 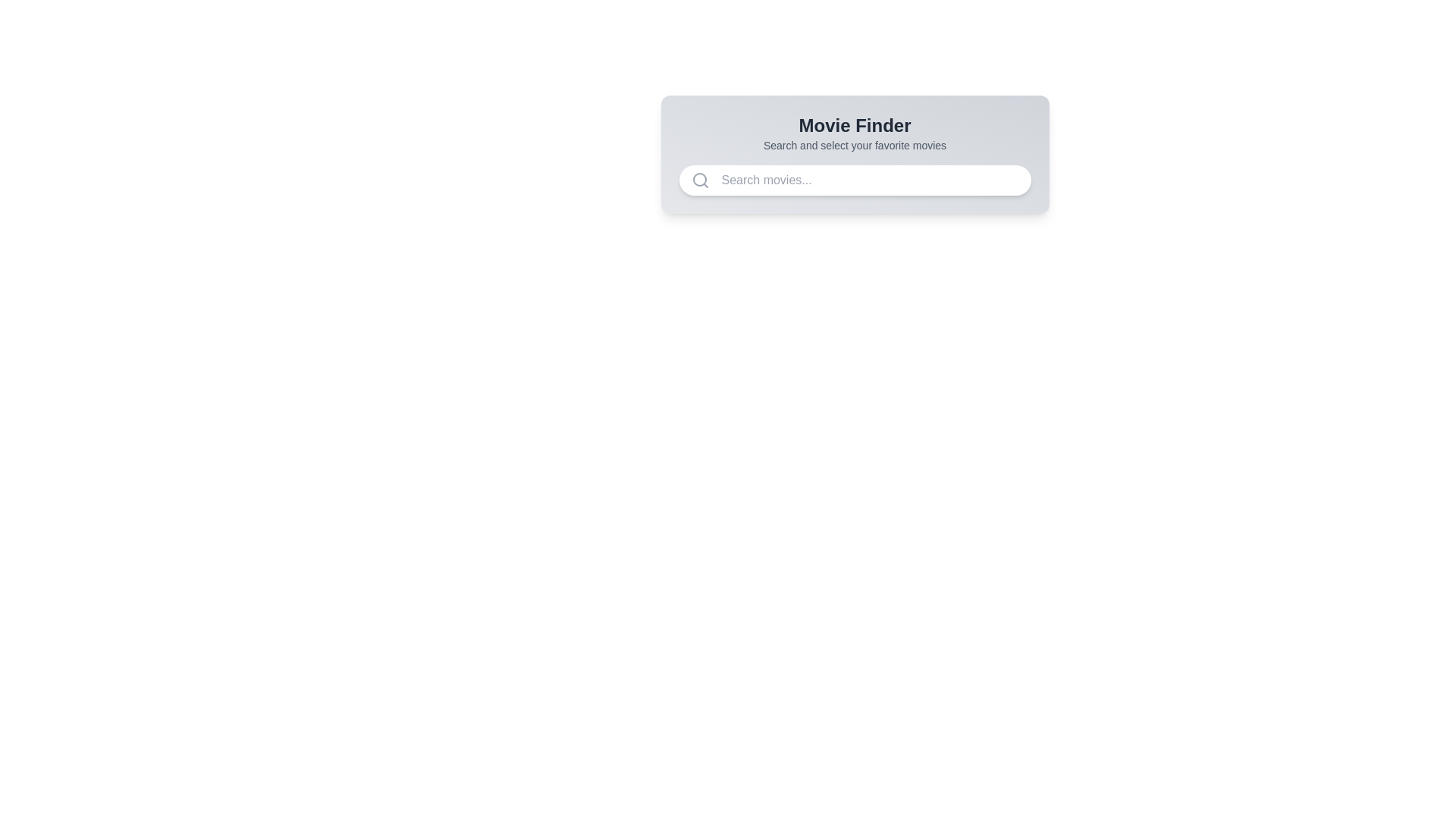 What do you see at coordinates (855, 124) in the screenshot?
I see `the non-interactive Text label element that displays the title 'Movie Finder', which is centrally aligned above the 'Search and select your favorite movies' text` at bounding box center [855, 124].